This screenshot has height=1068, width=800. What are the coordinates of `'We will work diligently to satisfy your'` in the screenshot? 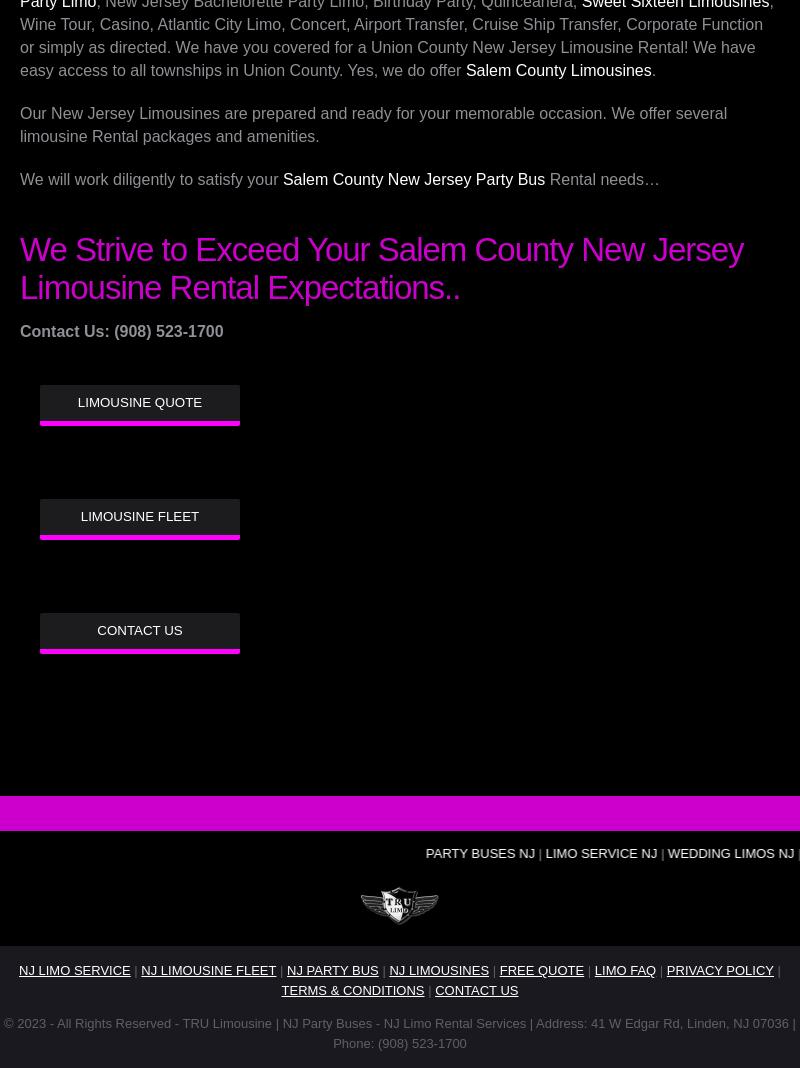 It's located at (151, 179).